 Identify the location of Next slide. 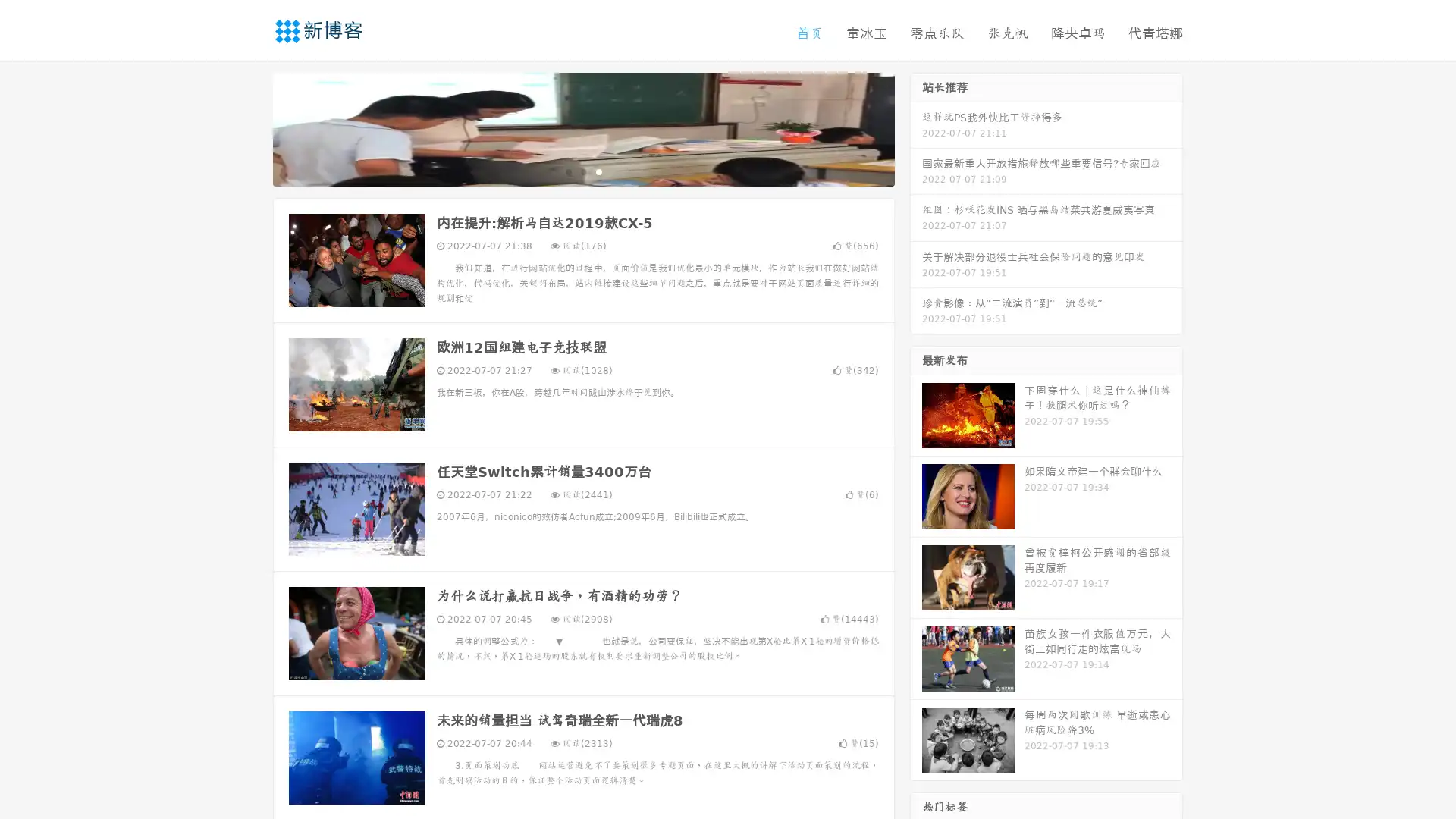
(916, 127).